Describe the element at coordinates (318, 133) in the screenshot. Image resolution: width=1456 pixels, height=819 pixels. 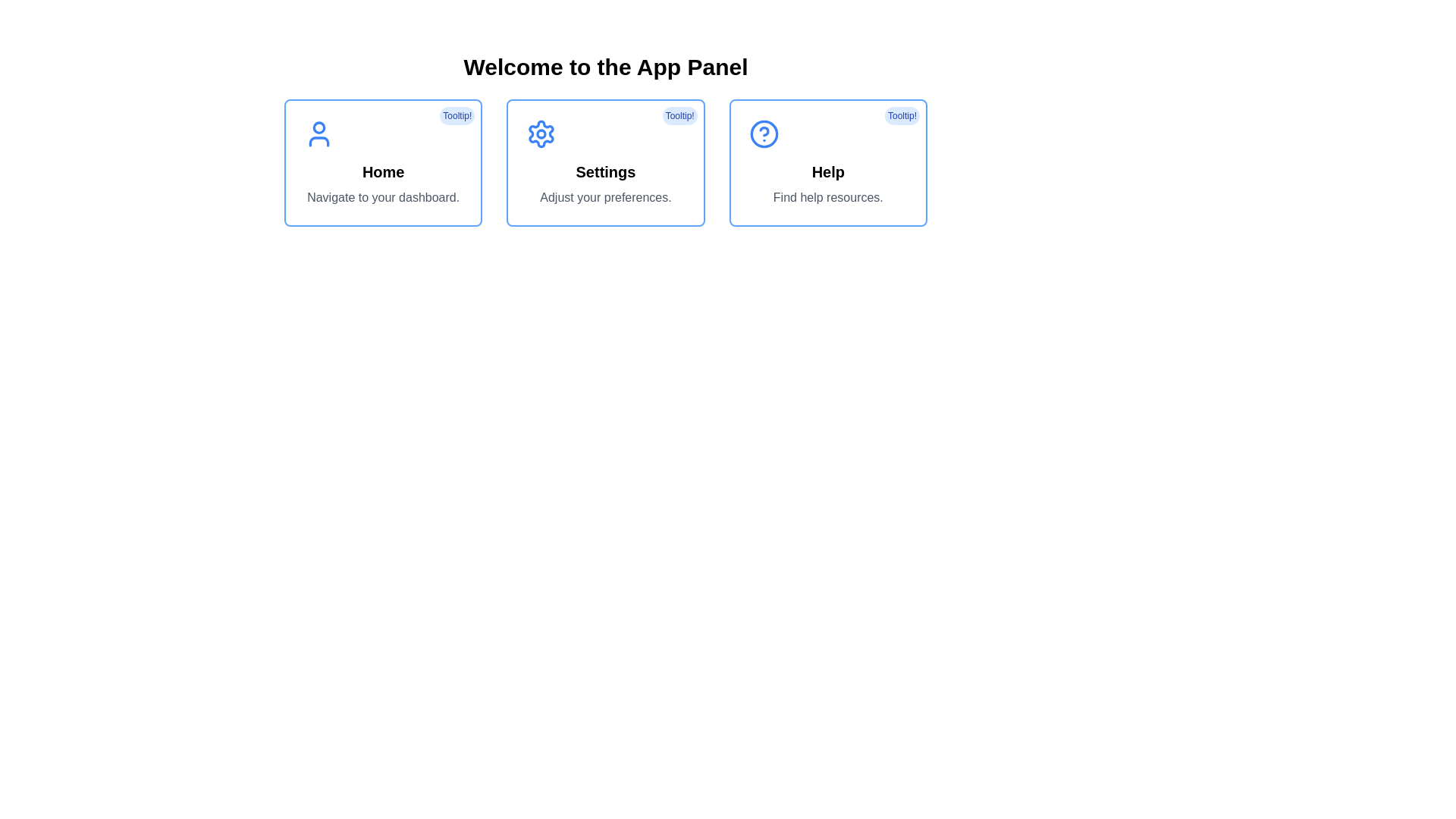
I see `the user icon represented as an outlined drawing of a head and shoulders, which is styled with rounded lines and is located within the 'Home' card` at that location.